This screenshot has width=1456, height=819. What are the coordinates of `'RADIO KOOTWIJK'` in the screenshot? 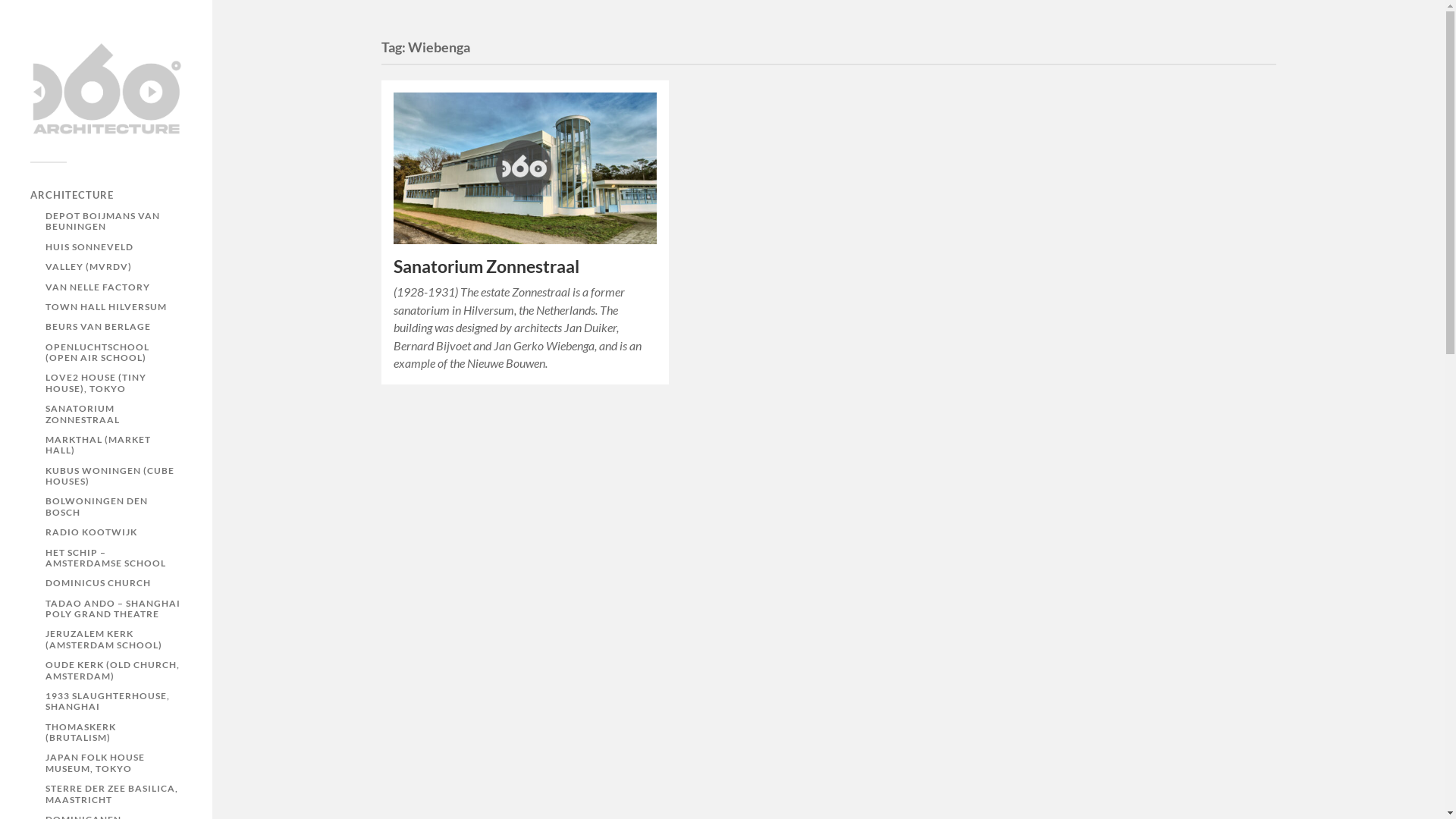 It's located at (90, 531).